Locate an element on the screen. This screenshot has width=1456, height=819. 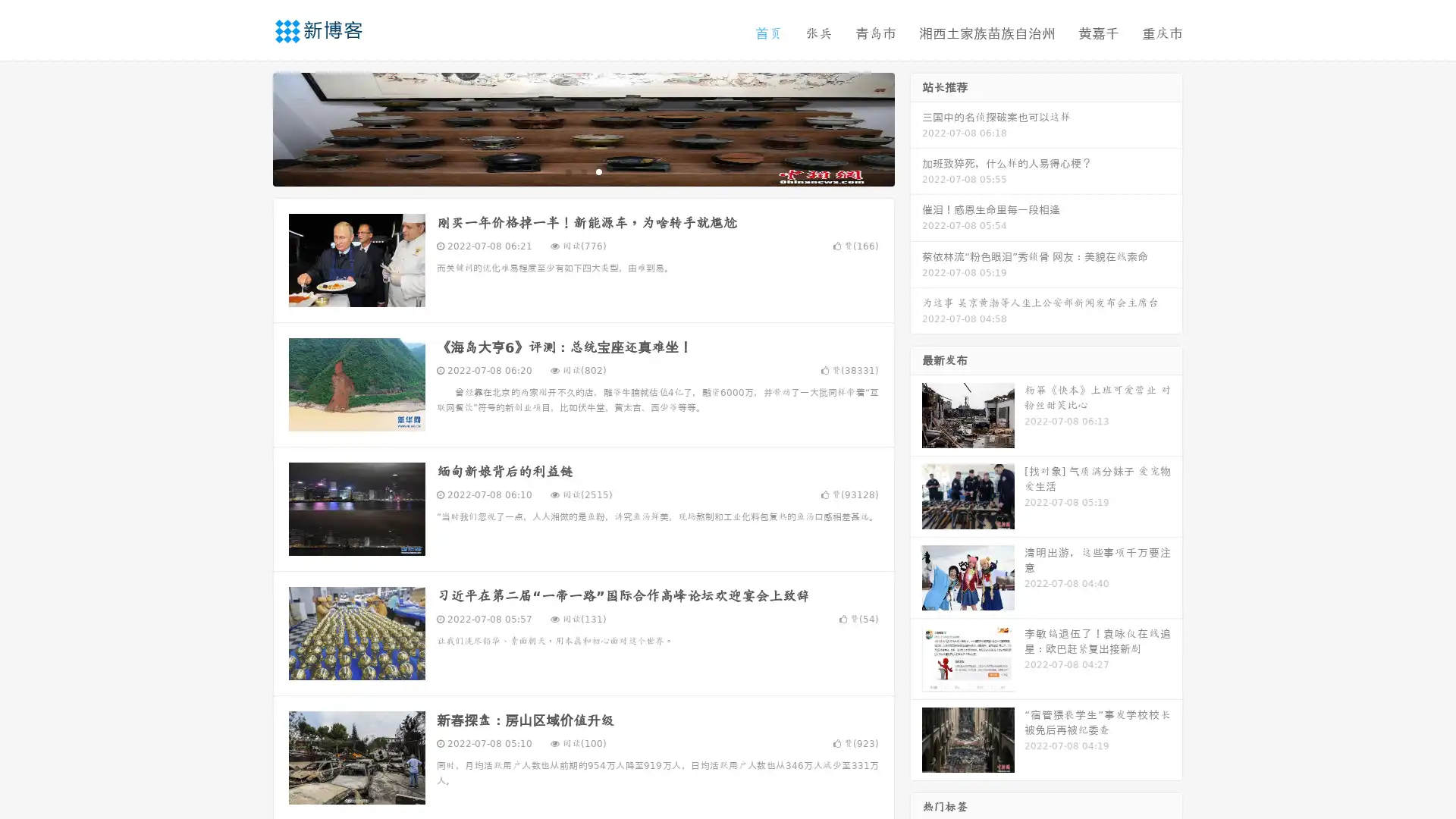
Go to slide 3 is located at coordinates (598, 171).